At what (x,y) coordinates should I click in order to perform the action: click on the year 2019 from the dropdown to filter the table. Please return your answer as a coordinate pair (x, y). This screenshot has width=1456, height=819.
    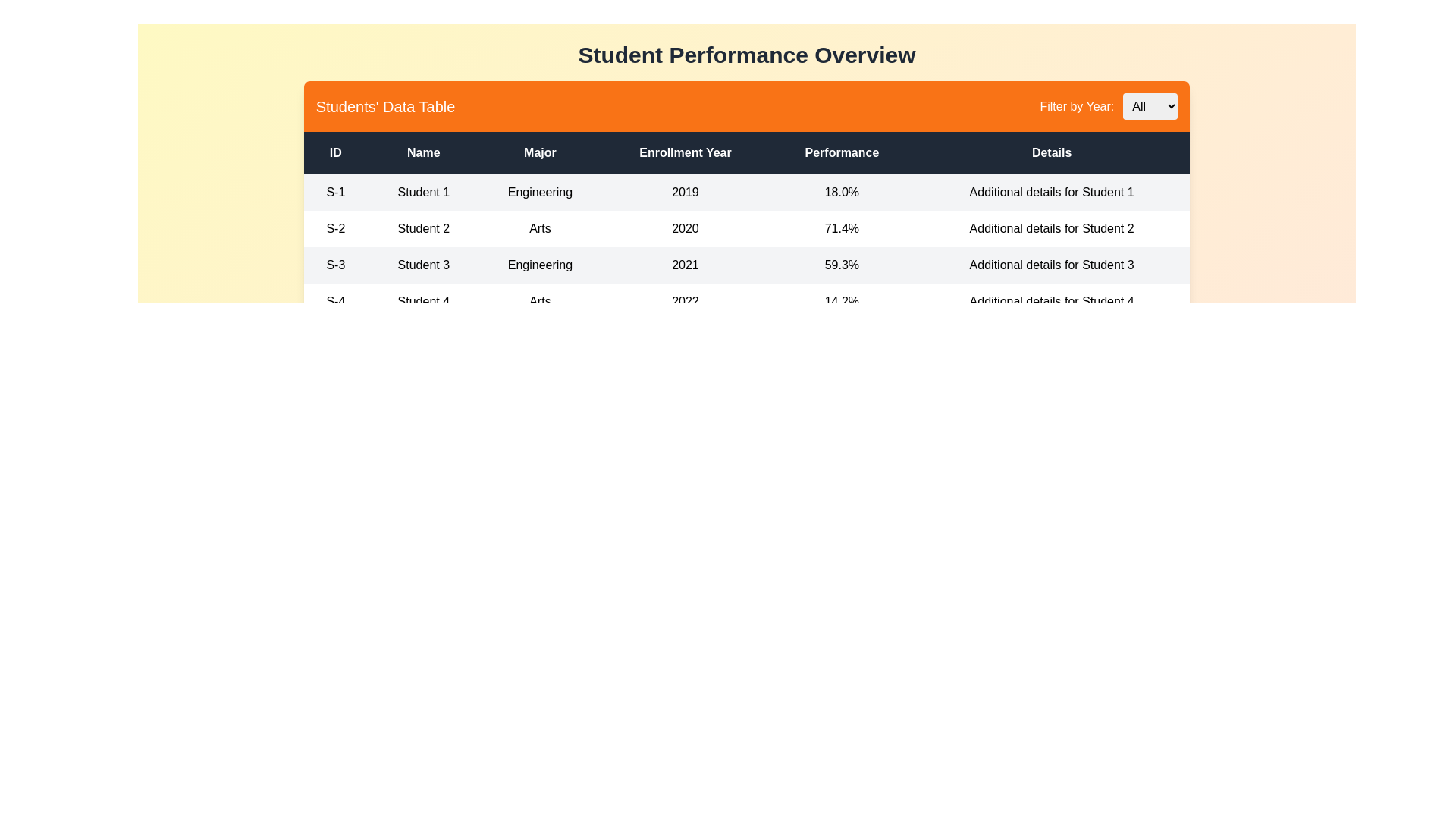
    Looking at the image, I should click on (1150, 105).